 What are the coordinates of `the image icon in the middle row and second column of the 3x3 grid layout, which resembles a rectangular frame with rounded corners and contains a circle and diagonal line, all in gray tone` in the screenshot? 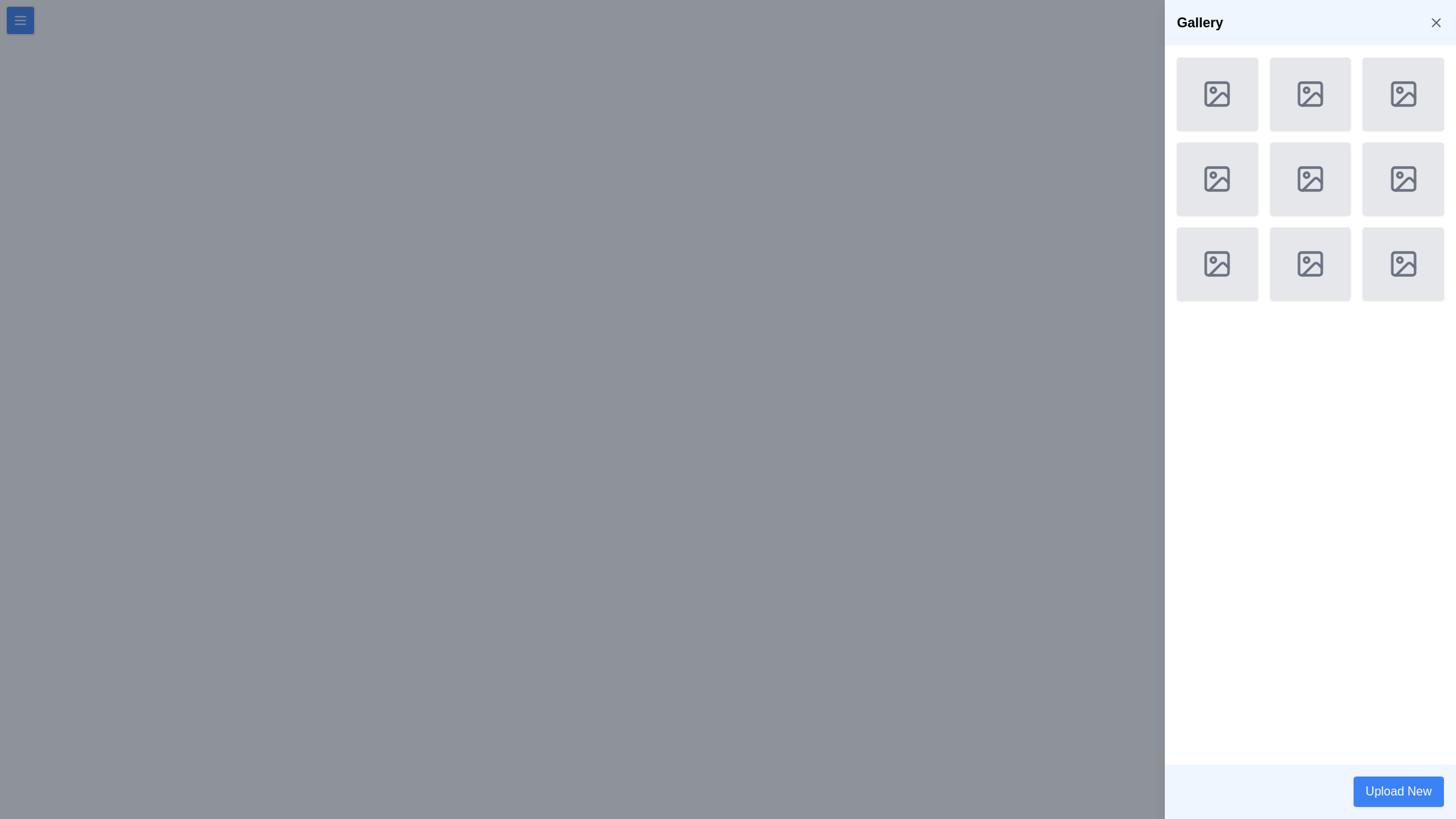 It's located at (1217, 177).